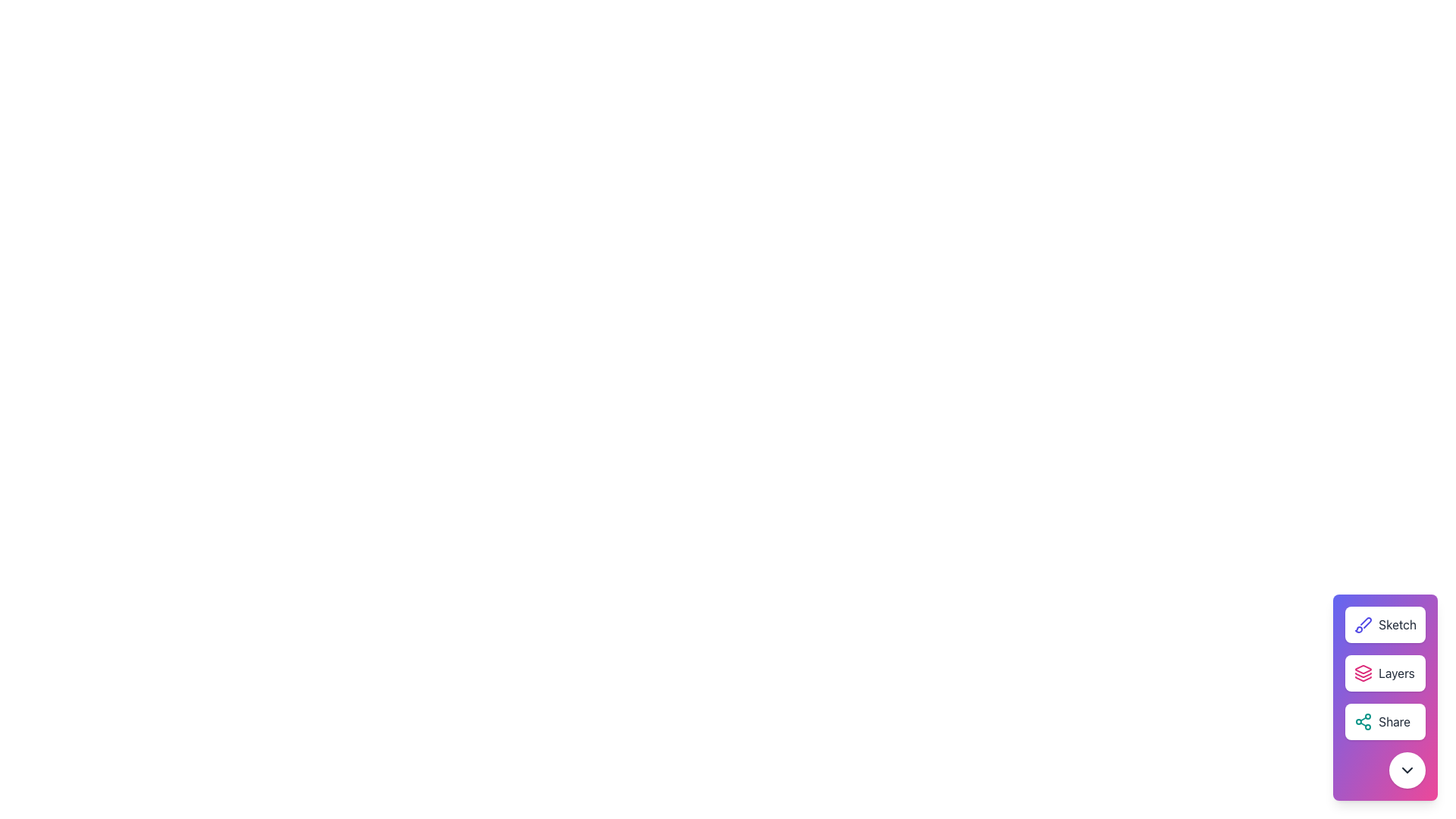 This screenshot has height=819, width=1456. Describe the element at coordinates (1363, 678) in the screenshot. I see `the pink-colored polygon that is the bottom layer of the layered icon in the 'Layers' button located in the bottom-right corner of the interface` at that location.